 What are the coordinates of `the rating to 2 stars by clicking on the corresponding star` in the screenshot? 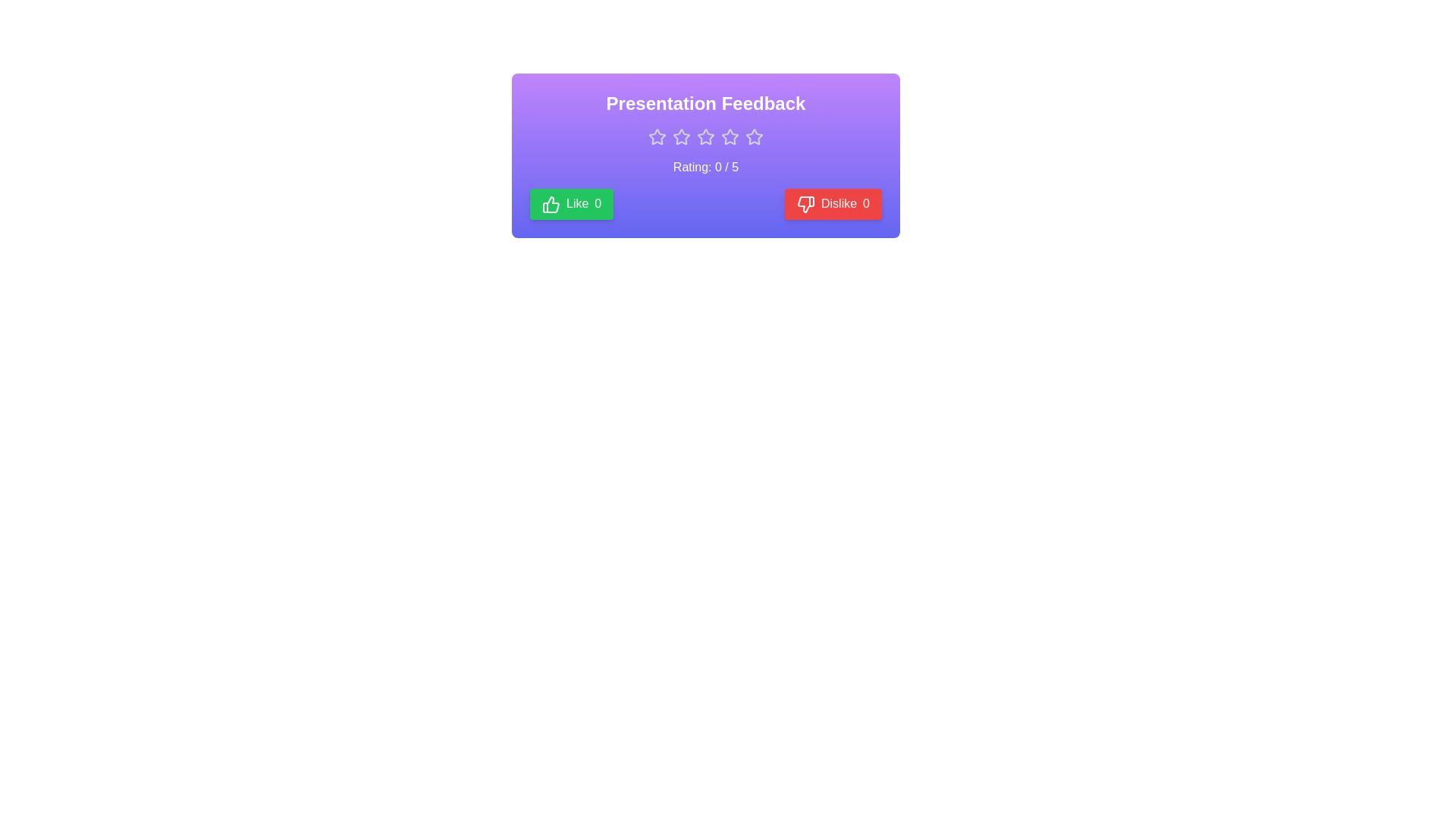 It's located at (680, 137).